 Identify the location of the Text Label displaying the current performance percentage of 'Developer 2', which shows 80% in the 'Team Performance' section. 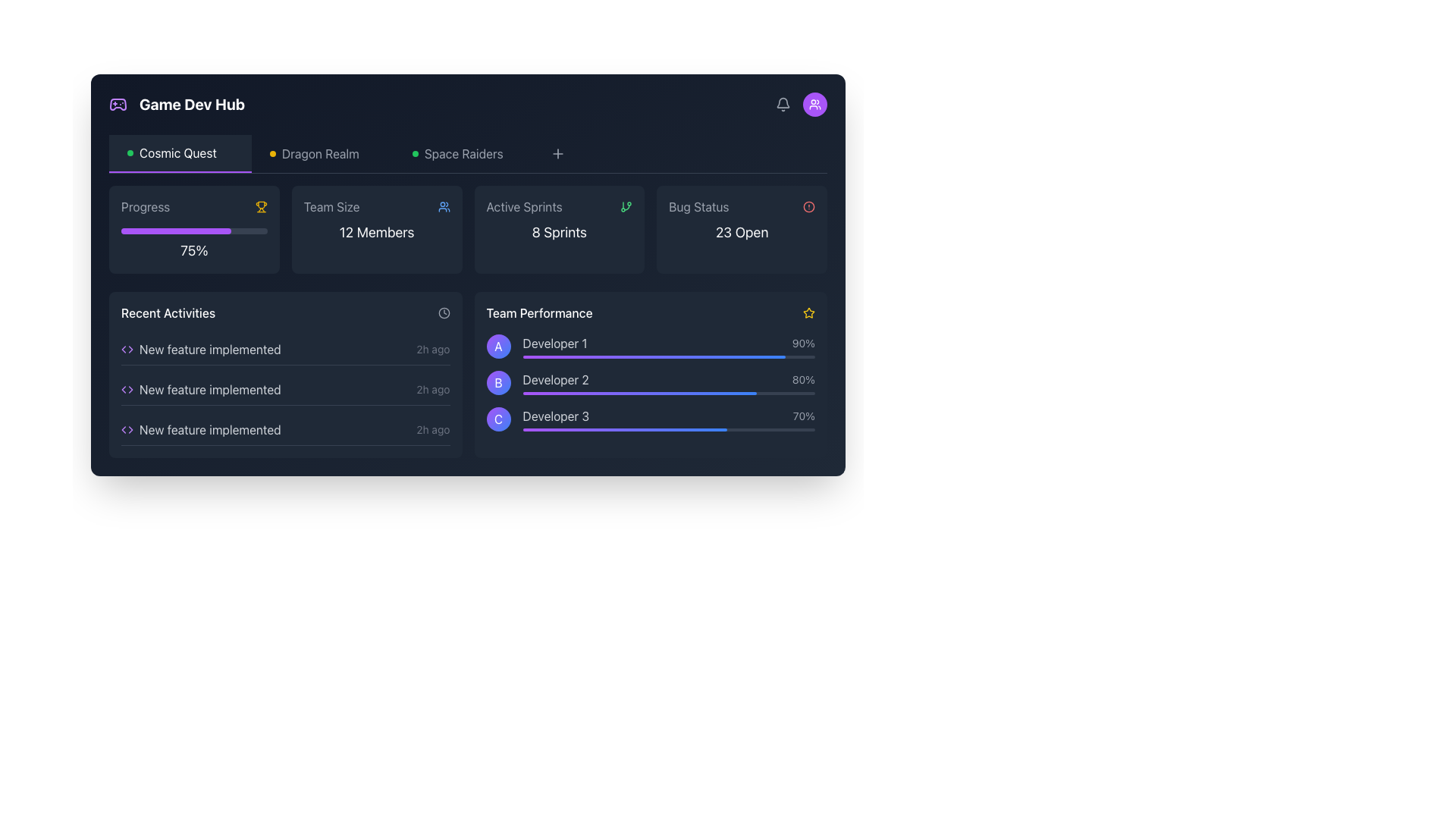
(802, 379).